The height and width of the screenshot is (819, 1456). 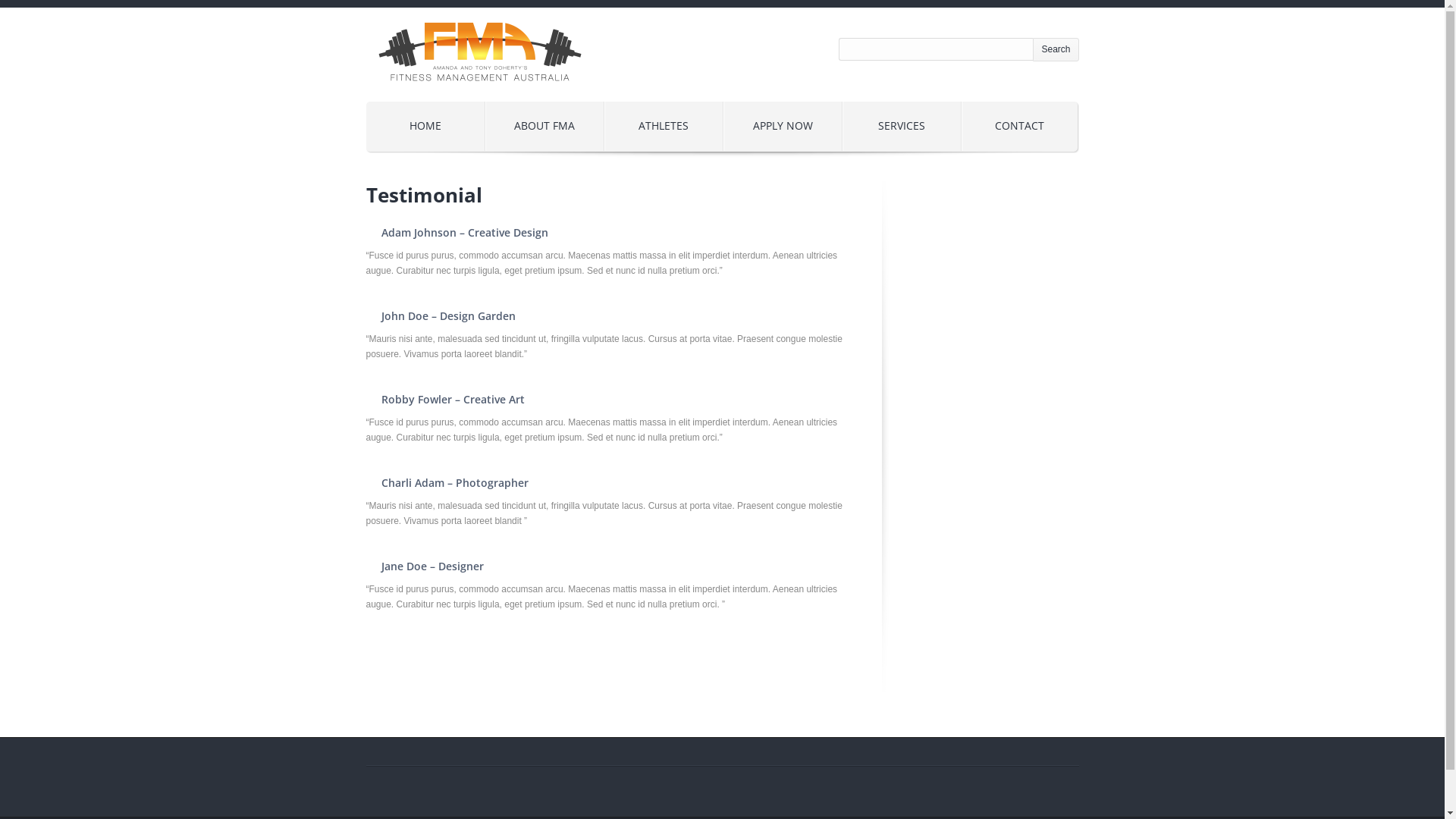 I want to click on 'HOME', so click(x=425, y=125).